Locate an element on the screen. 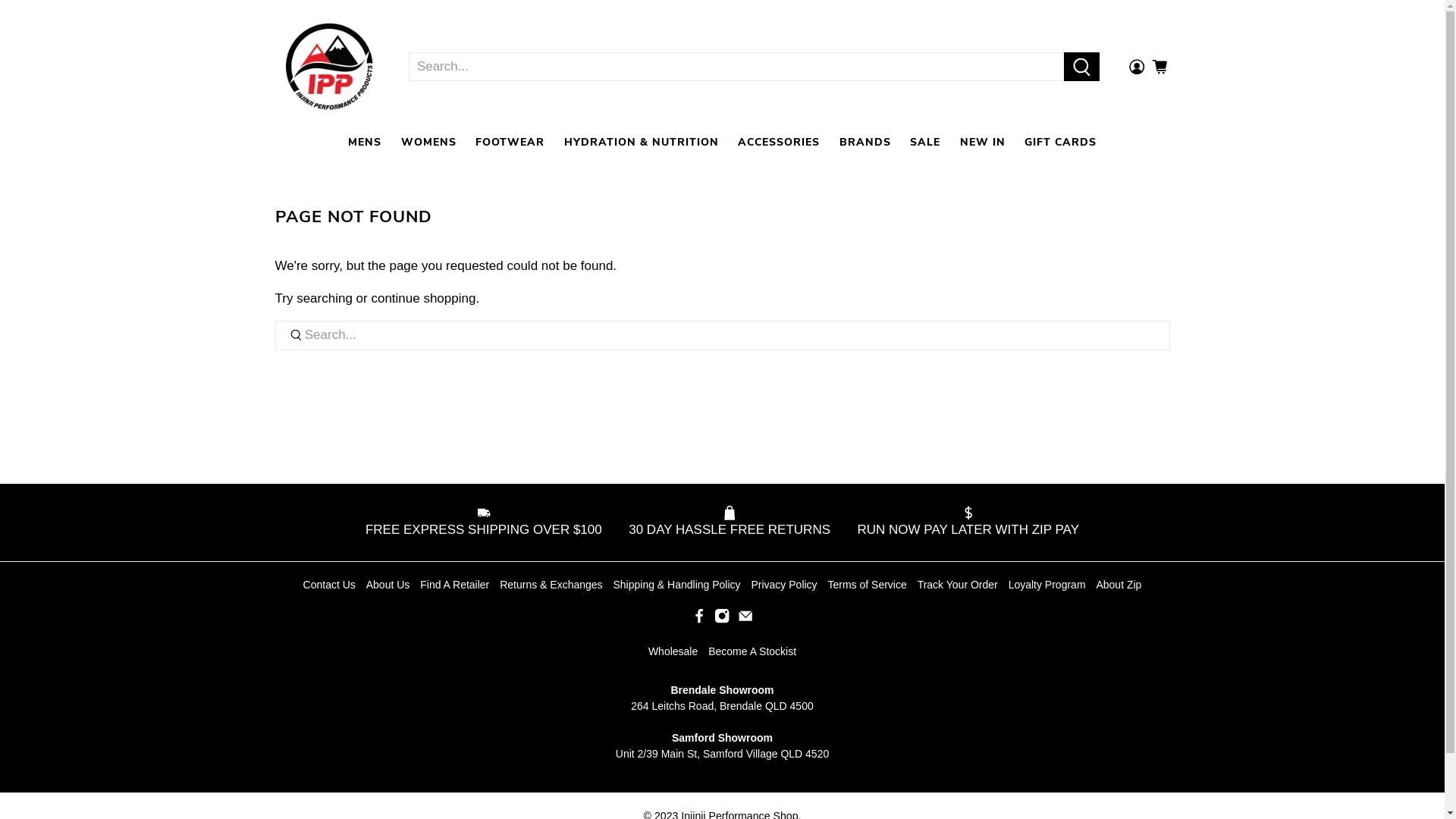 The width and height of the screenshot is (1456, 819). 'Wholesale' is located at coordinates (672, 651).